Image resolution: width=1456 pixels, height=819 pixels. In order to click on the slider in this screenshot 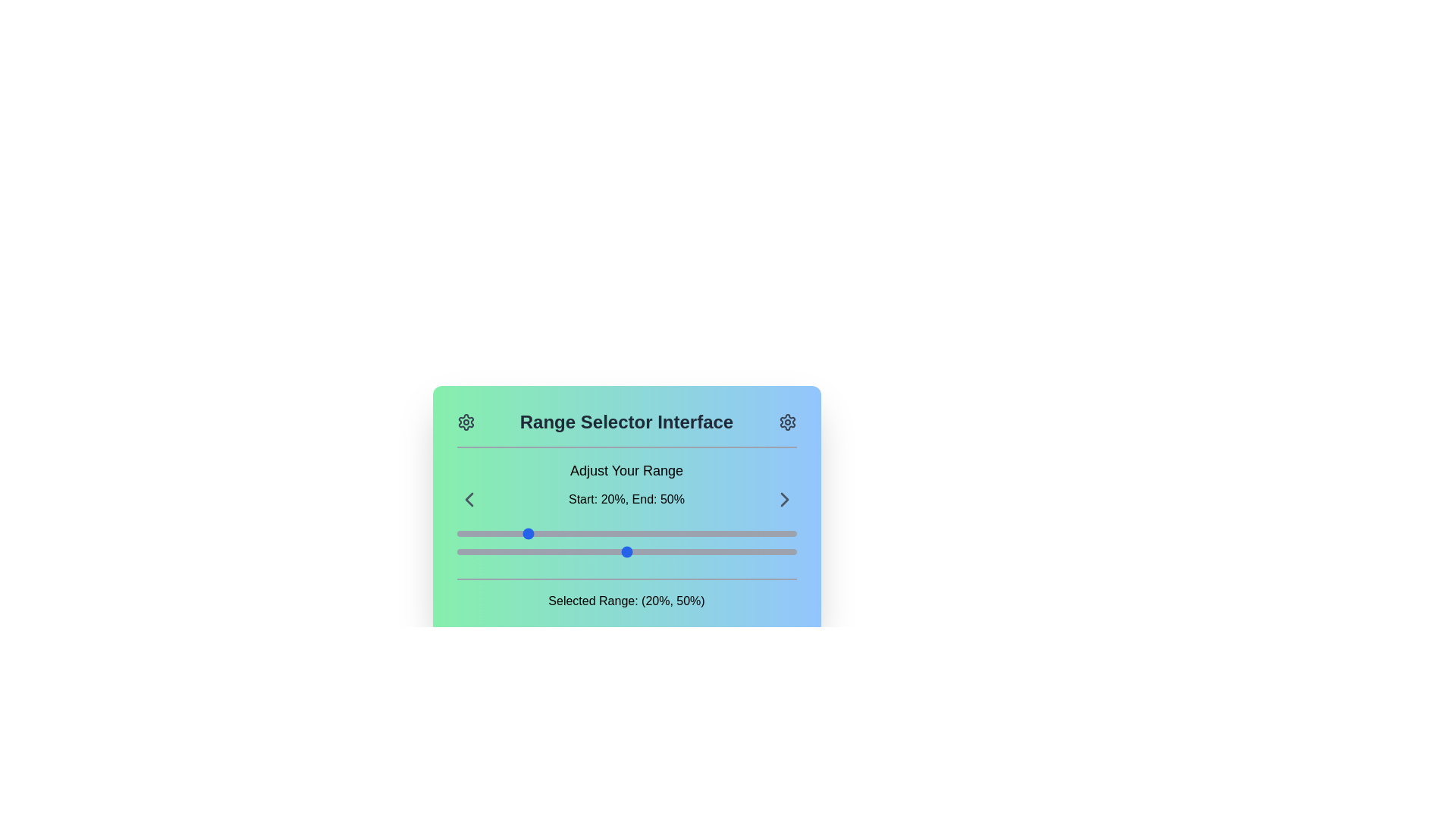, I will do `click(456, 533)`.